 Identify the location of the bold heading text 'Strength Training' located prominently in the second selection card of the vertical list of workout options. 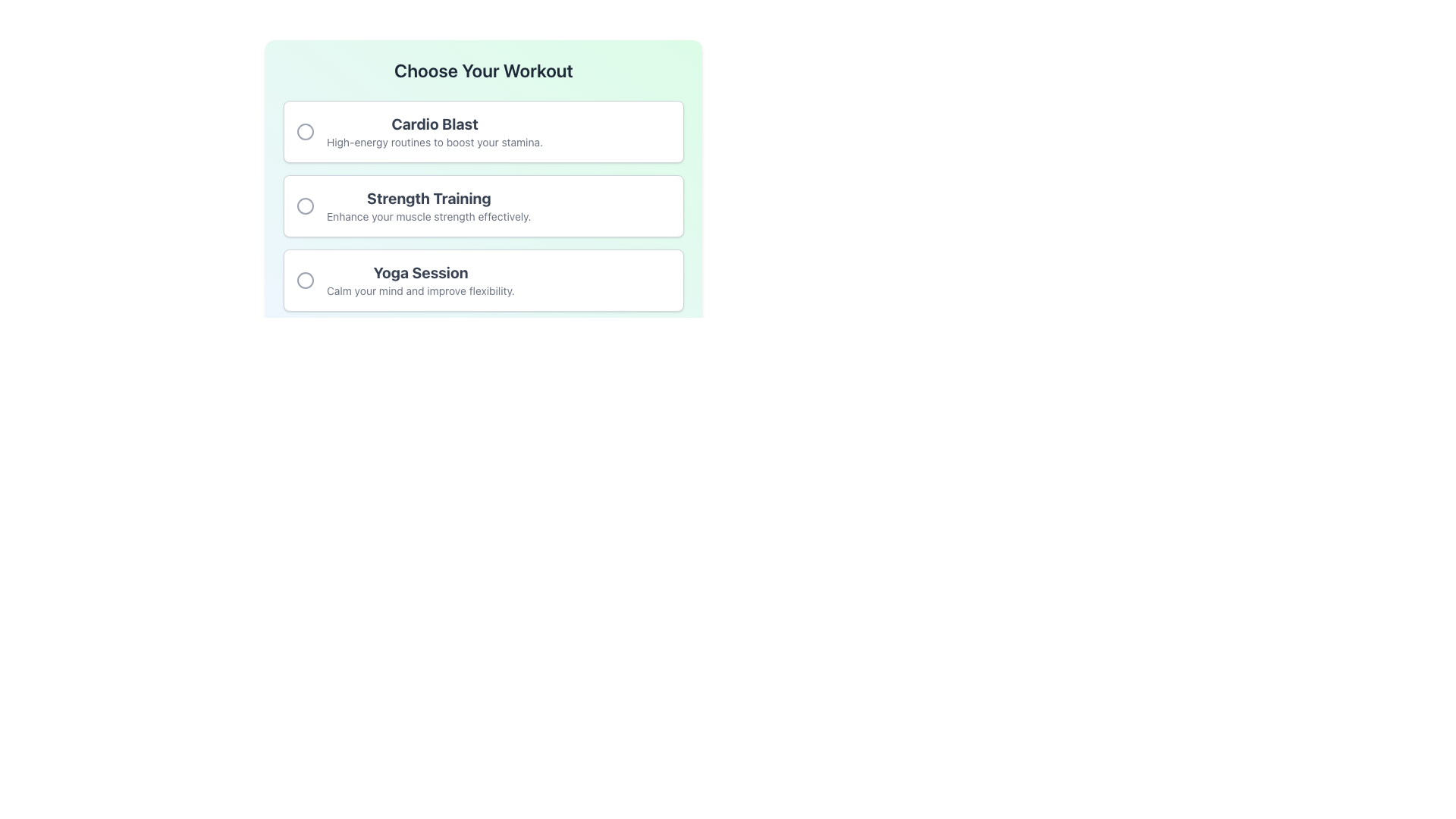
(428, 198).